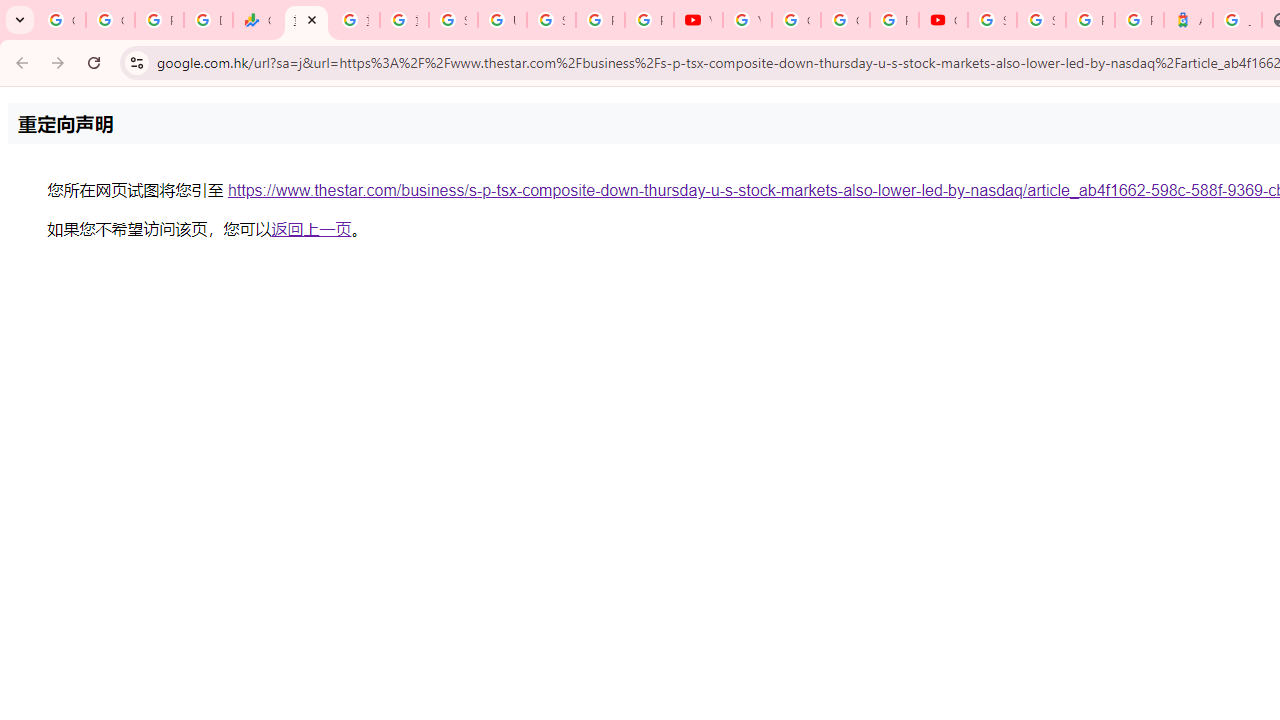  Describe the element at coordinates (1040, 20) in the screenshot. I see `'Sign in - Google Accounts'` at that location.